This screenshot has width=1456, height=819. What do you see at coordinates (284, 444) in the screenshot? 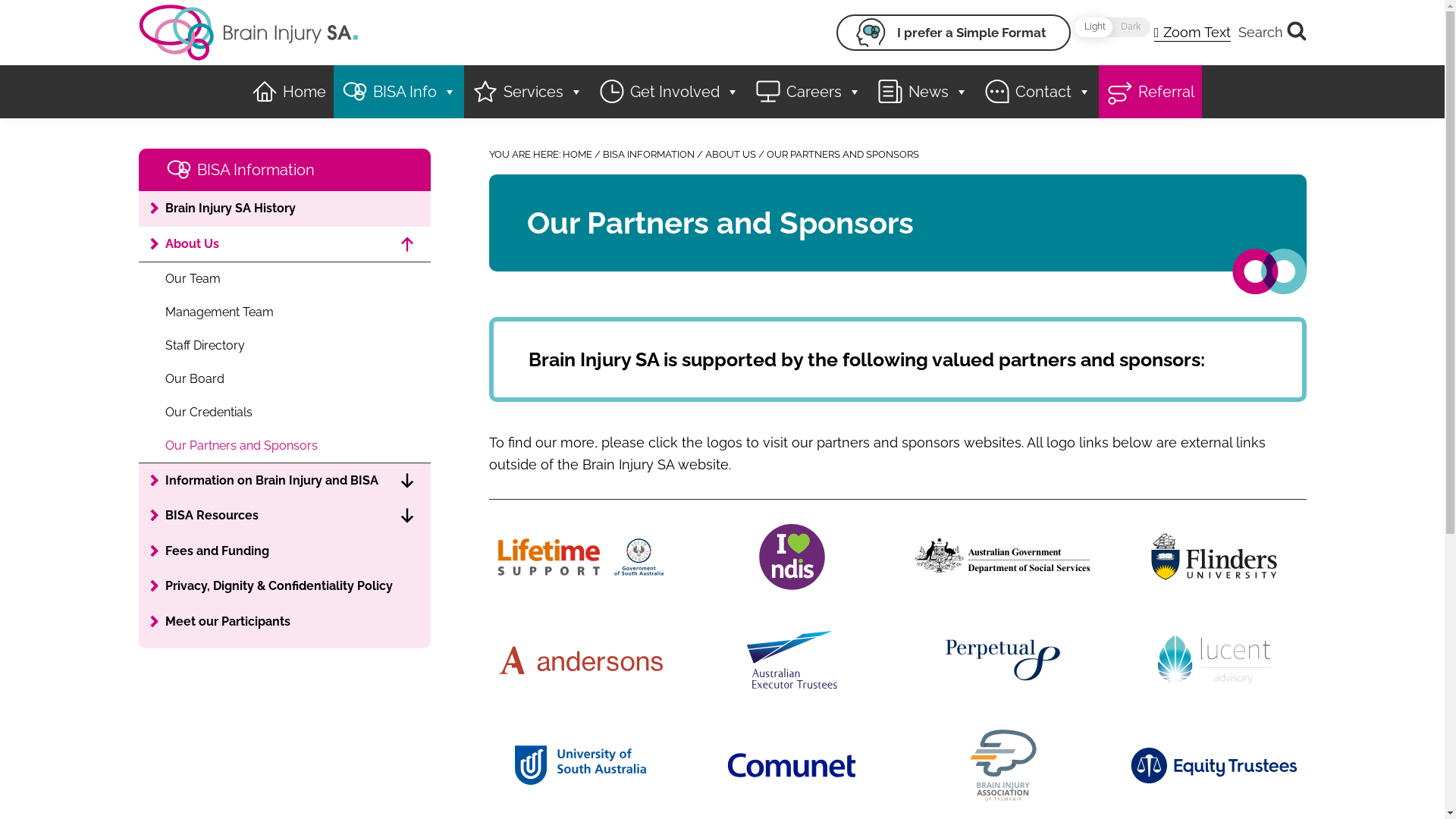
I see `'Our Partners and Sponsors'` at bounding box center [284, 444].